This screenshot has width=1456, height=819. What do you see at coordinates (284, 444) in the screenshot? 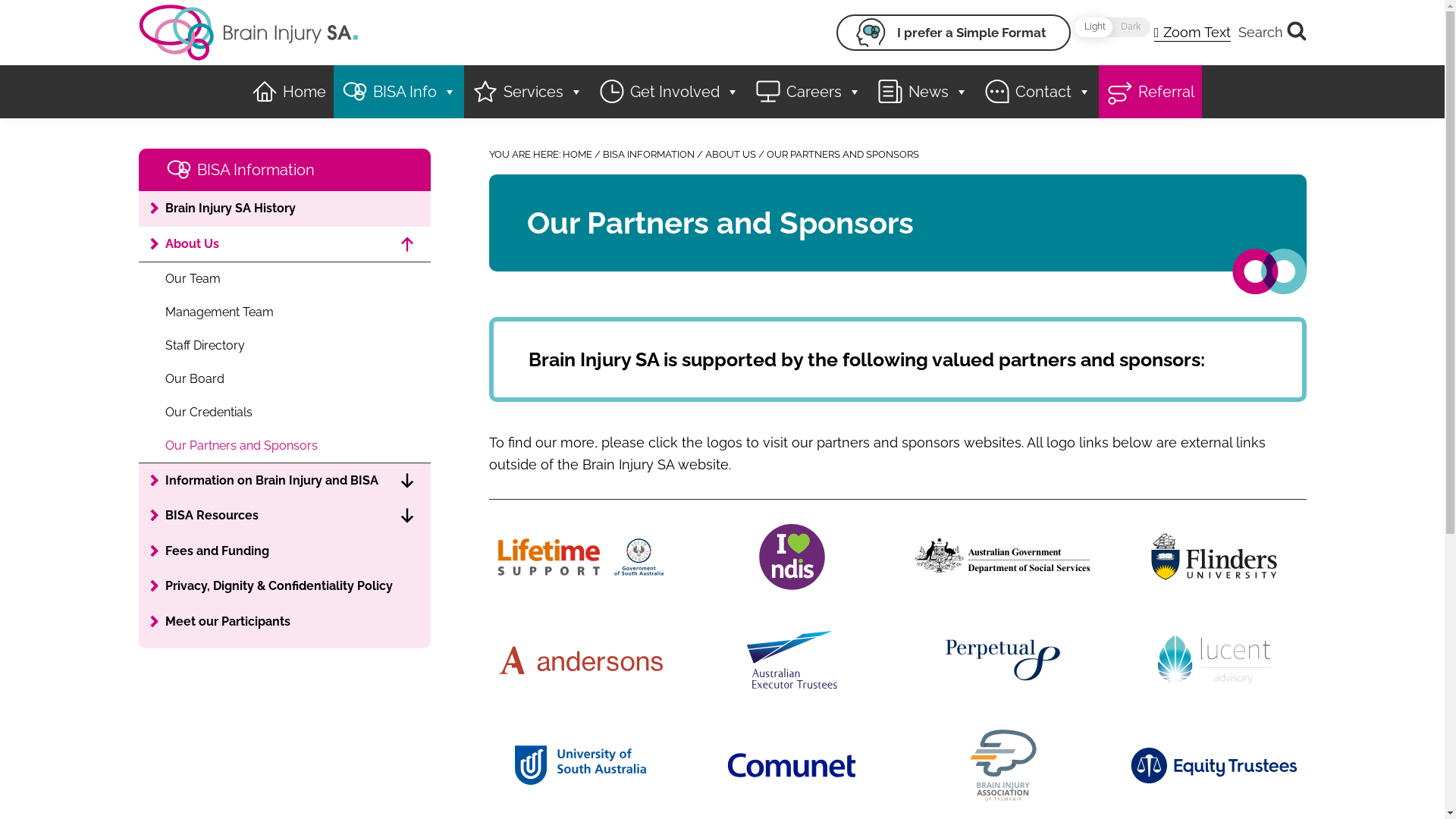
I see `'Our Partners and Sponsors'` at bounding box center [284, 444].